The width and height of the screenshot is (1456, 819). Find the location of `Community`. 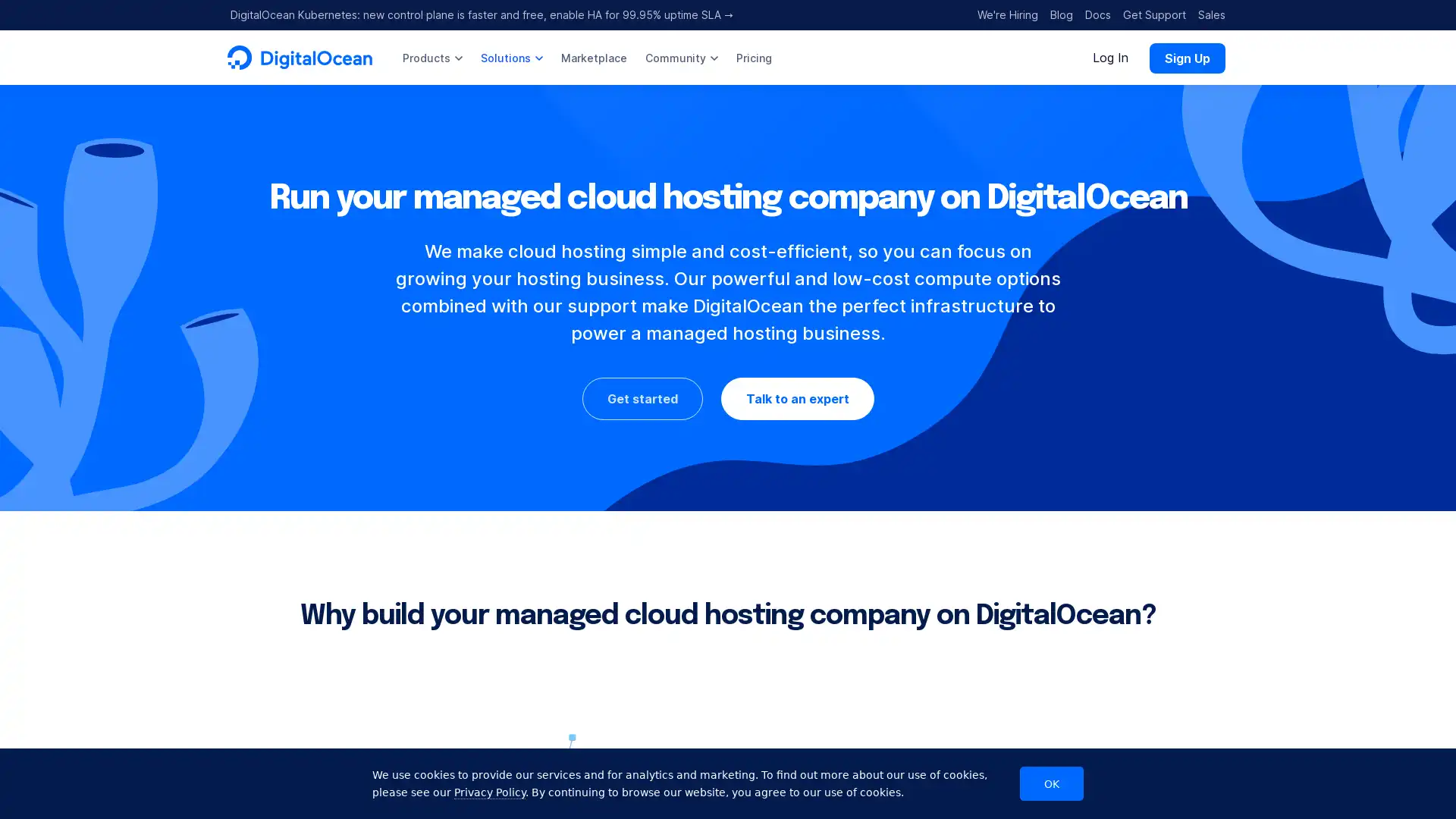

Community is located at coordinates (680, 57).